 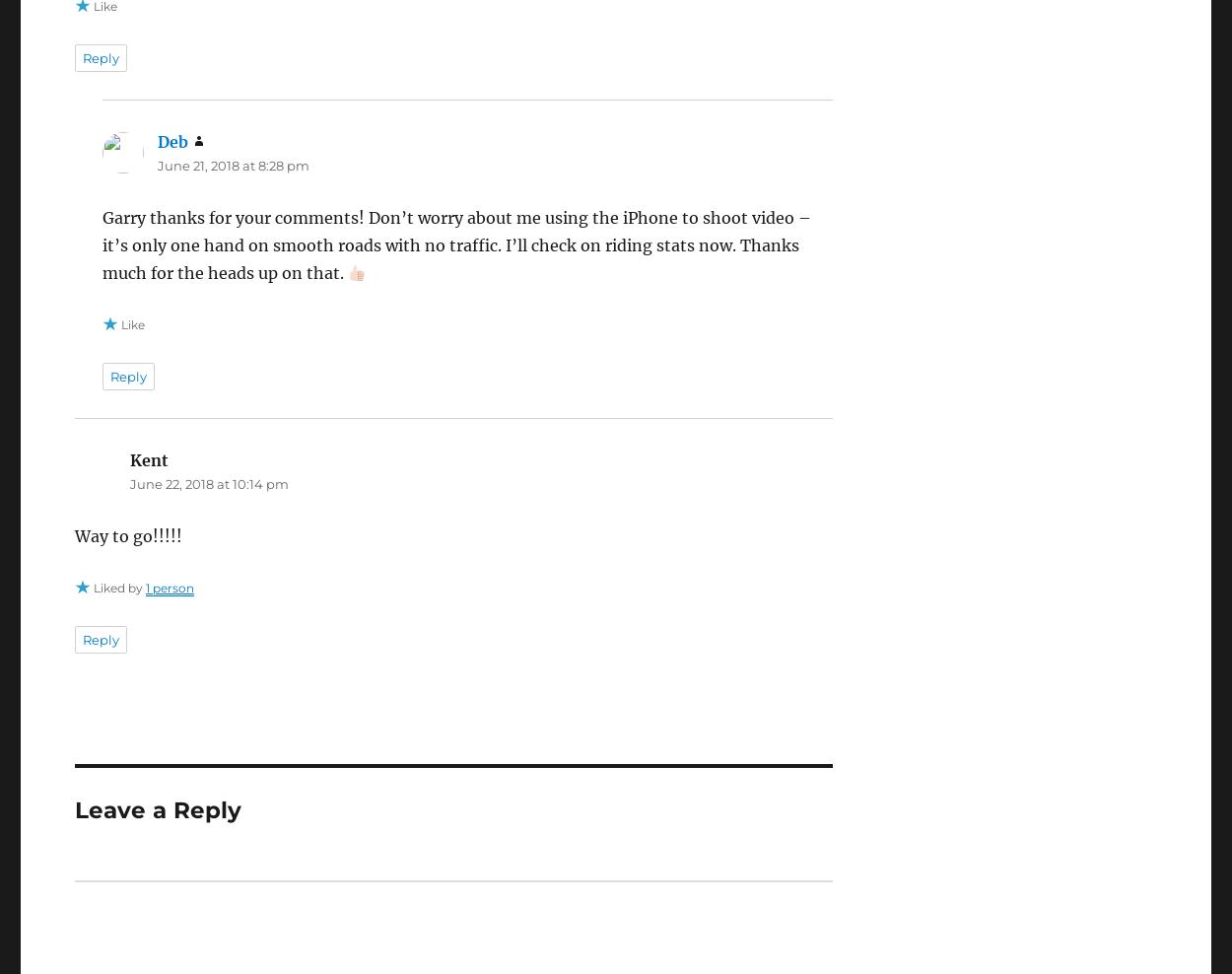 I want to click on 'Leave a Reply', so click(x=157, y=809).